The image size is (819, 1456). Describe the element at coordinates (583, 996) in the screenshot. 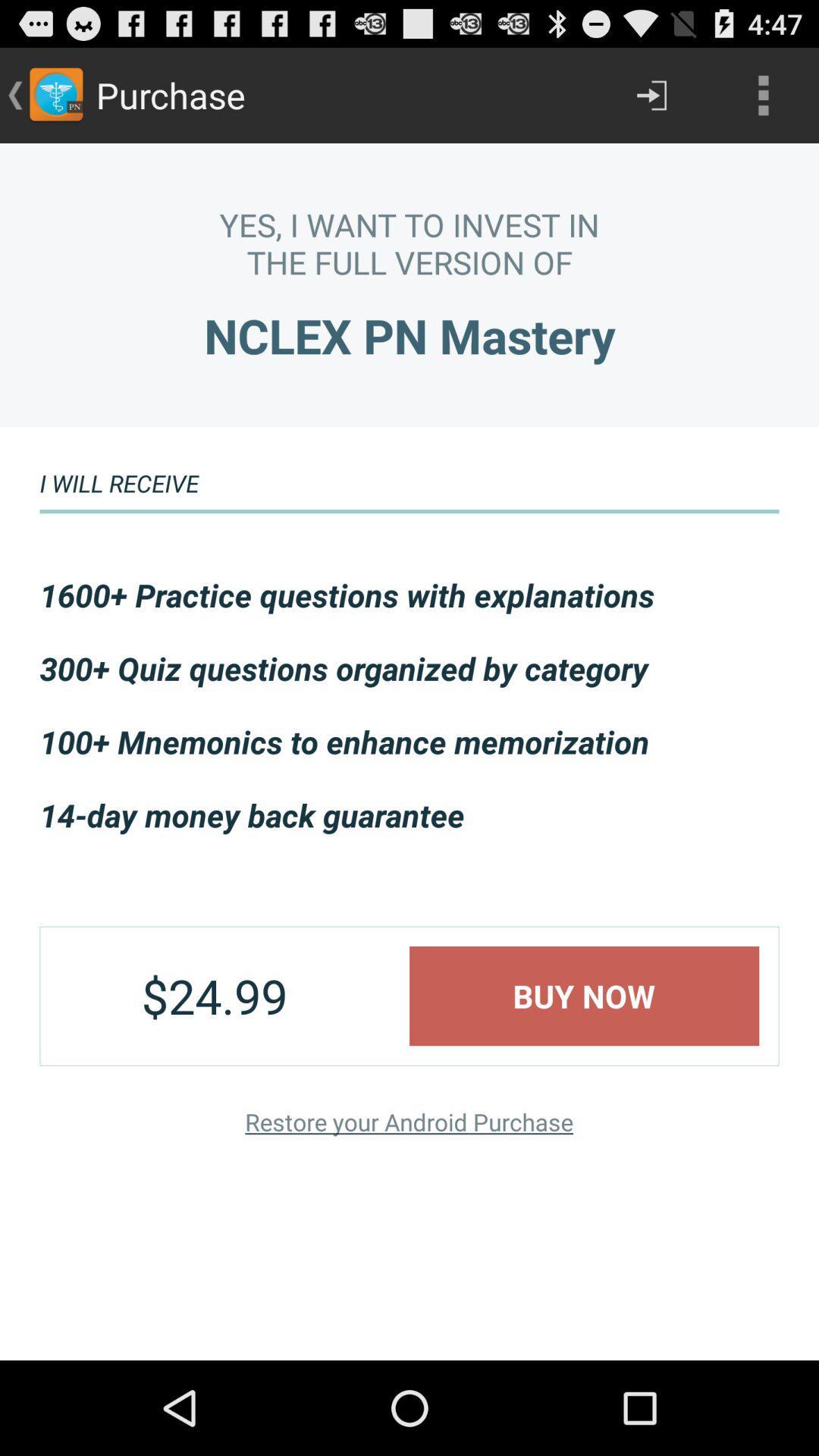

I see `item at the bottom right corner` at that location.